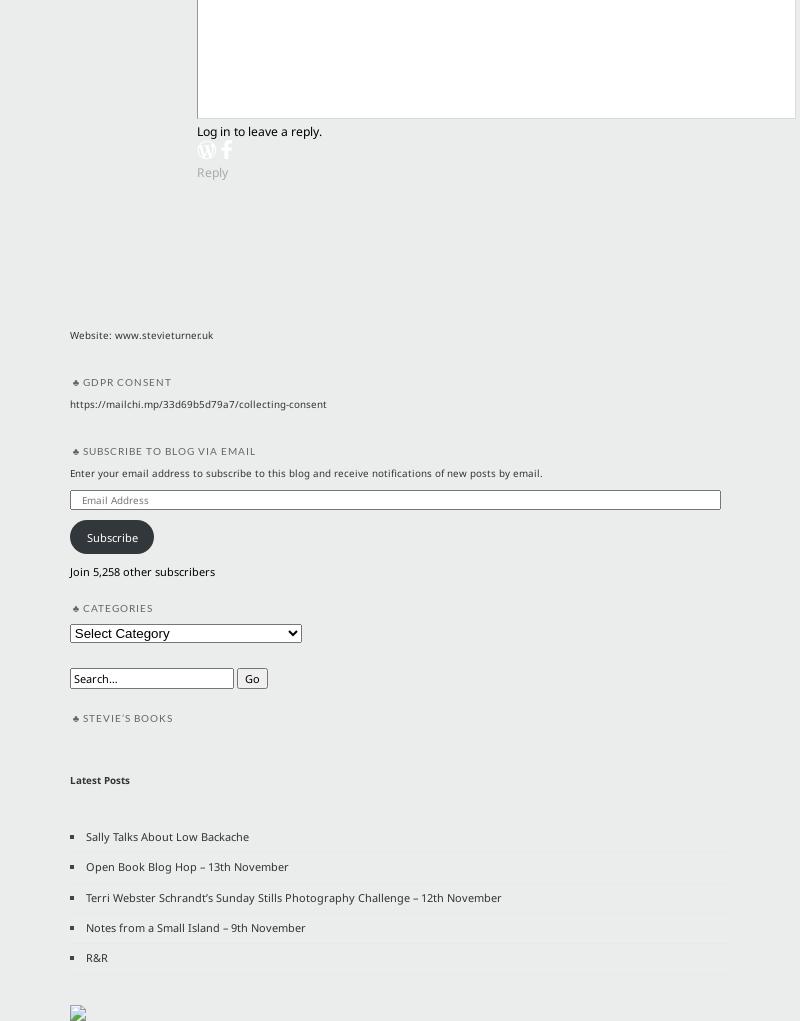  I want to click on 'Notes from a Small Island – 9th November', so click(84, 926).